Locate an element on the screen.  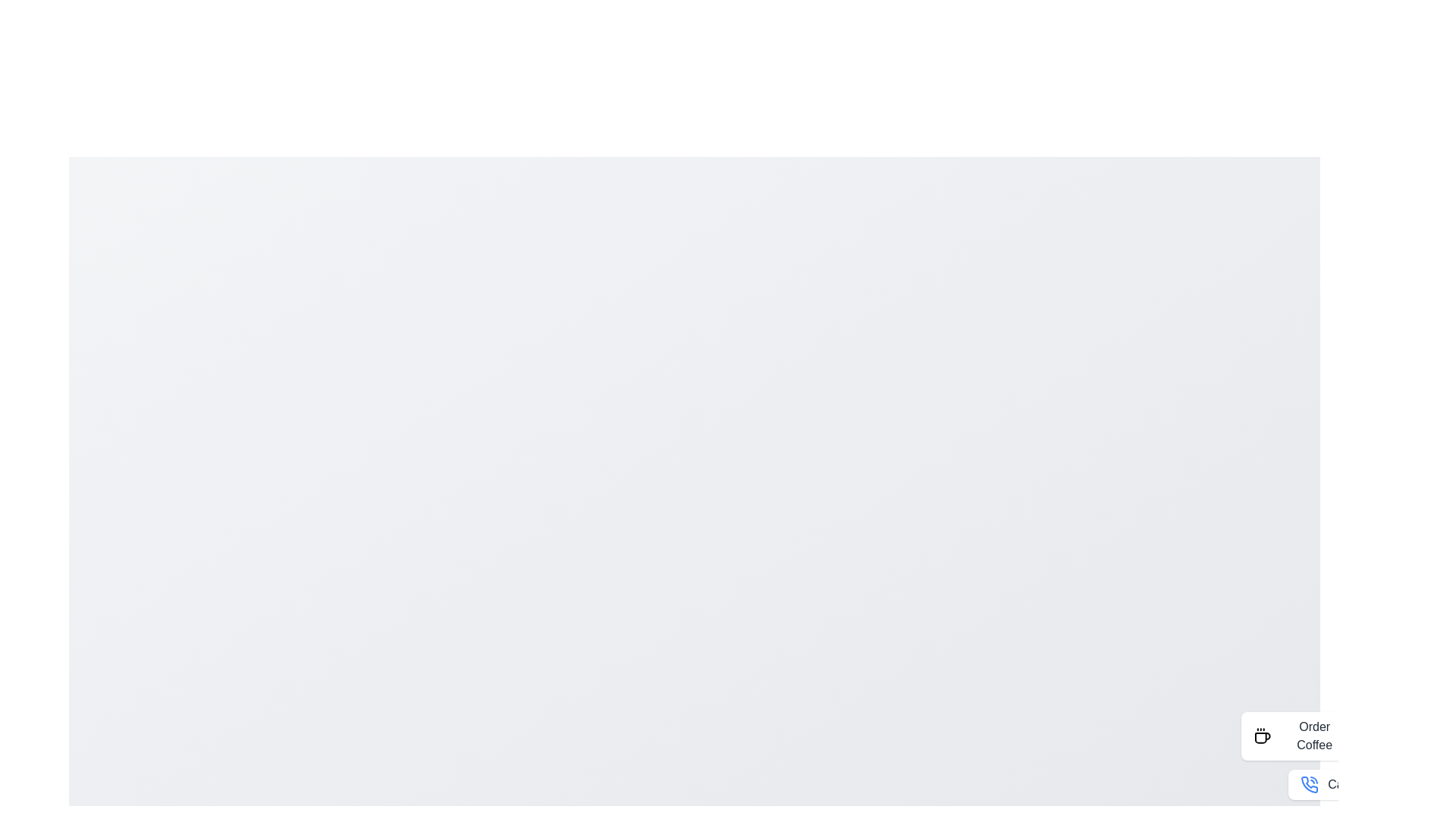
the background area to deselect or refocus is located at coordinates (378, 378).